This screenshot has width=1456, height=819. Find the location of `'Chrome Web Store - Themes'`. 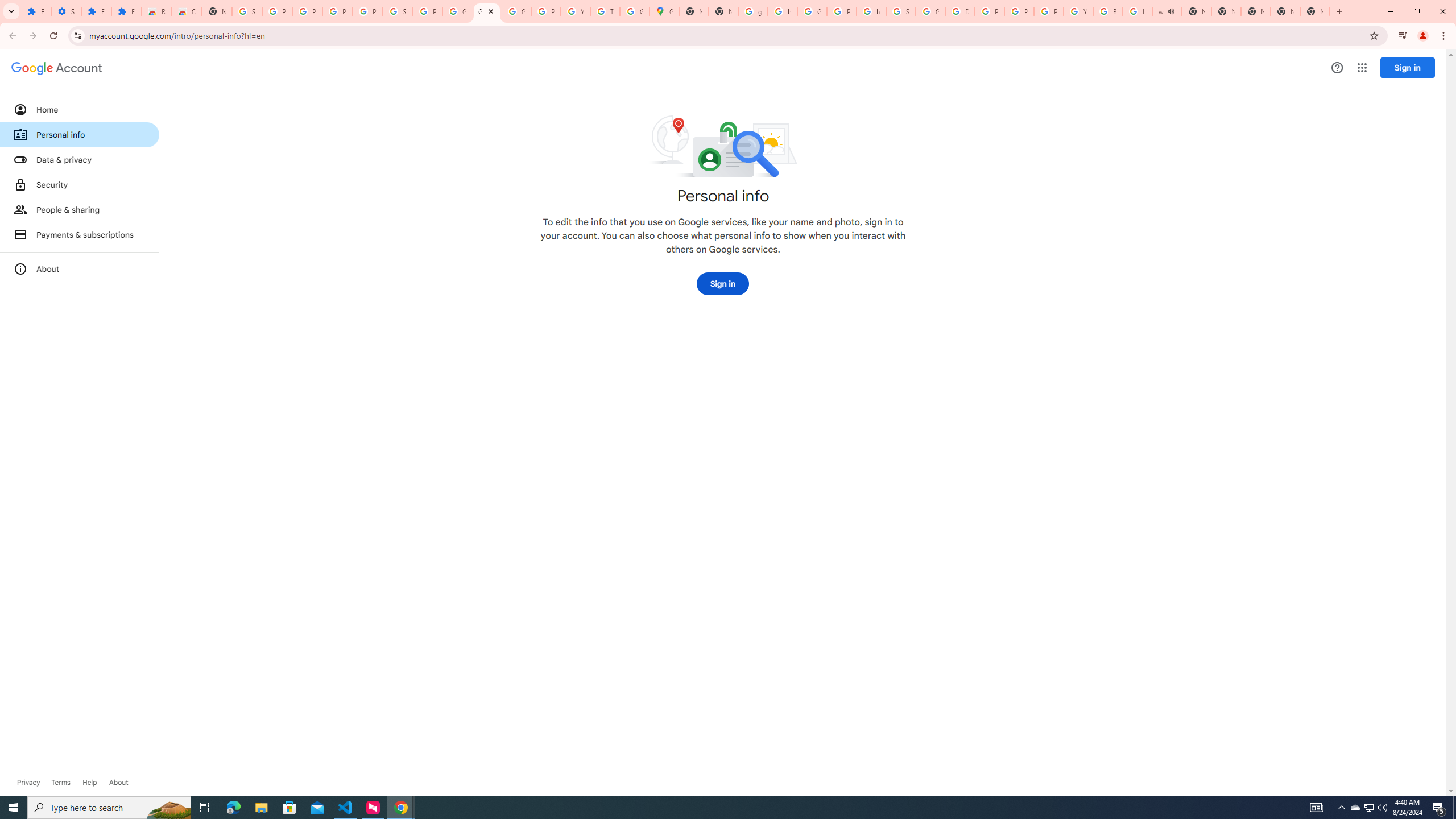

'Chrome Web Store - Themes' is located at coordinates (185, 11).